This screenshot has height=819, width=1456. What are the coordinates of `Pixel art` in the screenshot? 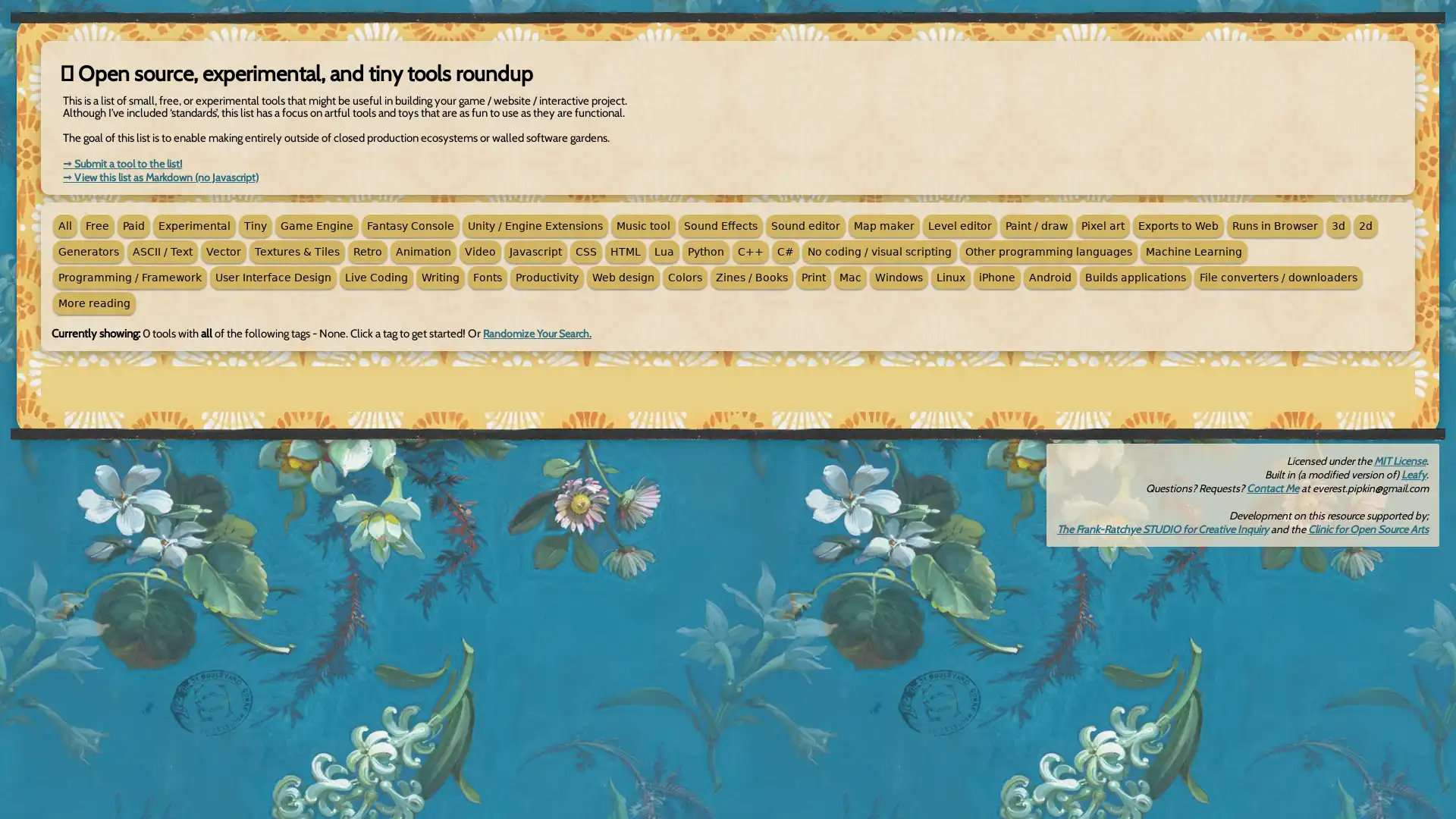 It's located at (1103, 225).